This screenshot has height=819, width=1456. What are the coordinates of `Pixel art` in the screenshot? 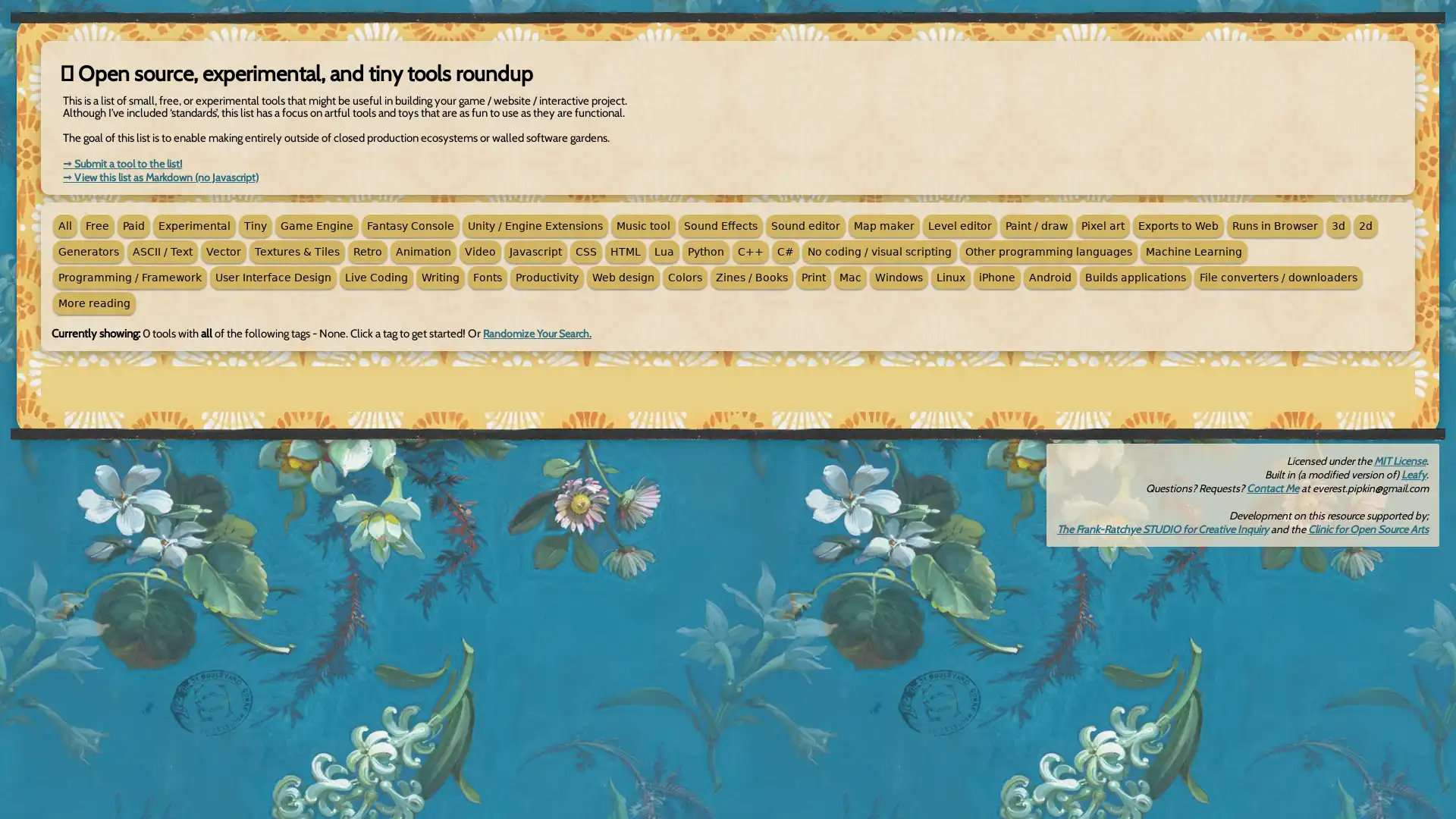 It's located at (1103, 225).